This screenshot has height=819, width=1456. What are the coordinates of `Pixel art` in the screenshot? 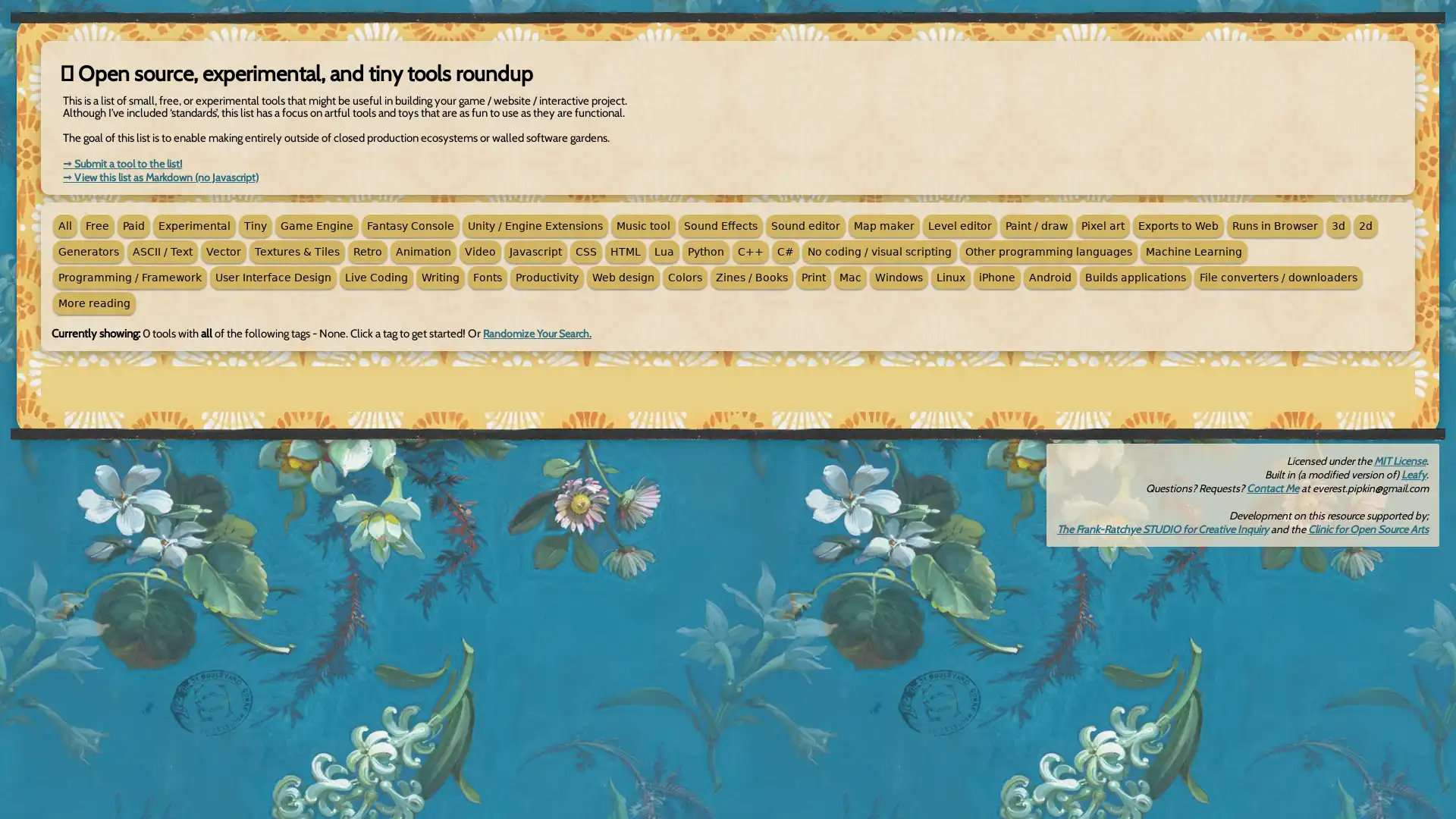 It's located at (1103, 225).